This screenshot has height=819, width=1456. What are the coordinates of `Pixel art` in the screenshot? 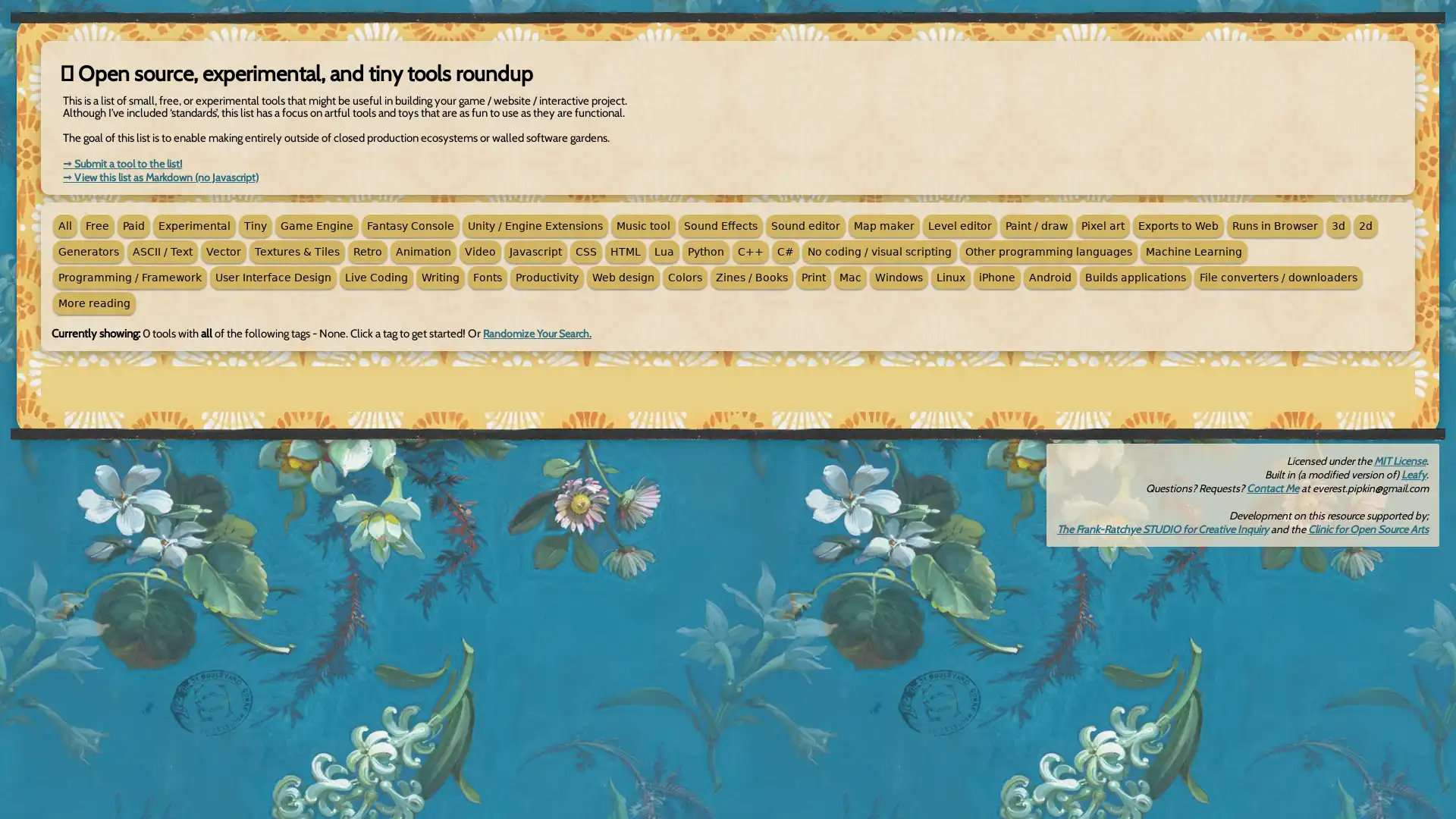 It's located at (1103, 225).